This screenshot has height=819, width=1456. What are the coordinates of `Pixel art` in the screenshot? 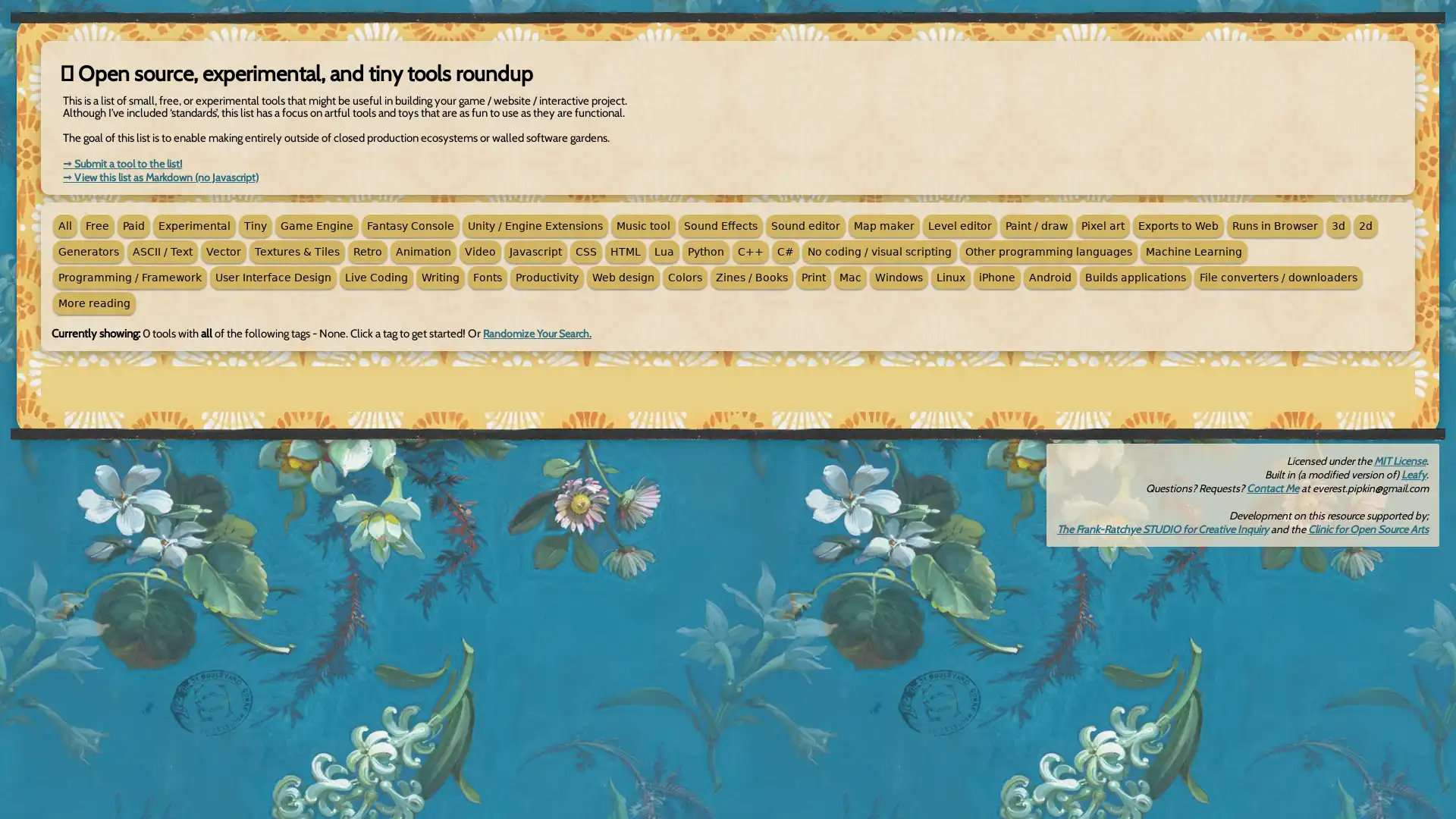 It's located at (1103, 225).